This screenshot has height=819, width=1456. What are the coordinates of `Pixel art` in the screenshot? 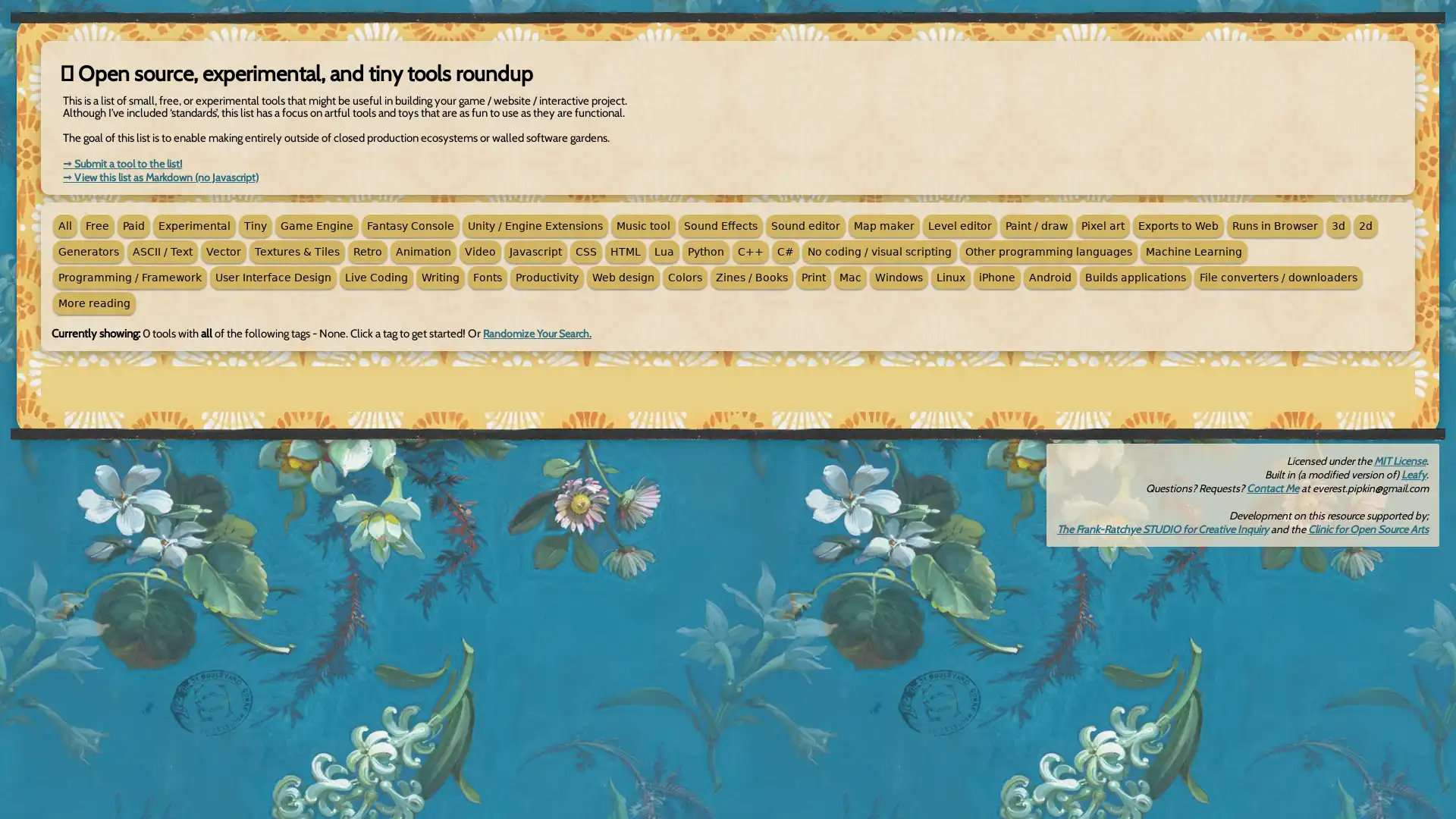 It's located at (1103, 225).